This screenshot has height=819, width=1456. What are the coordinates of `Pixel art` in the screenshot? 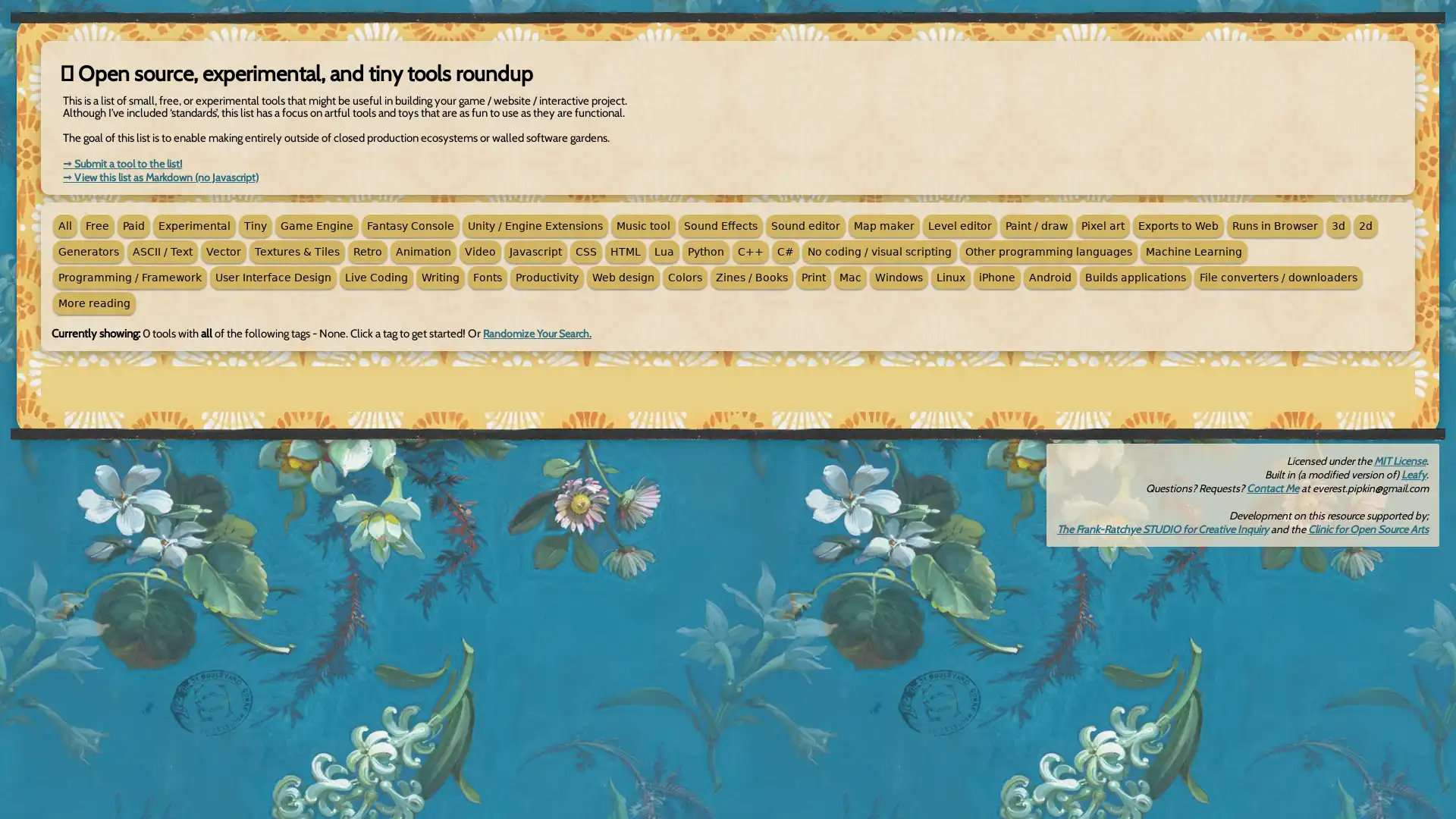 It's located at (1103, 225).